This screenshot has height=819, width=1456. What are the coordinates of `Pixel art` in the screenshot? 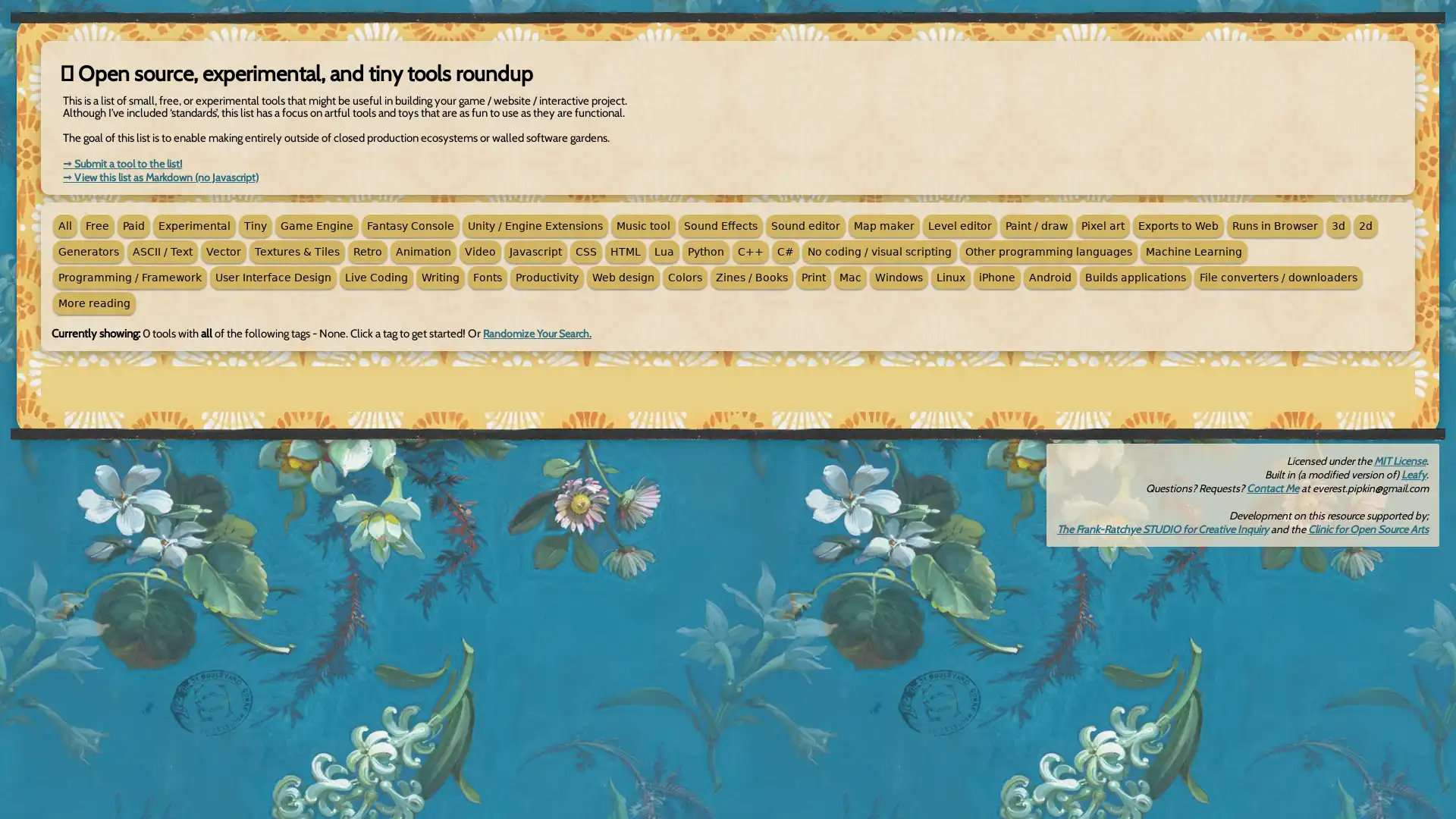 It's located at (1103, 225).